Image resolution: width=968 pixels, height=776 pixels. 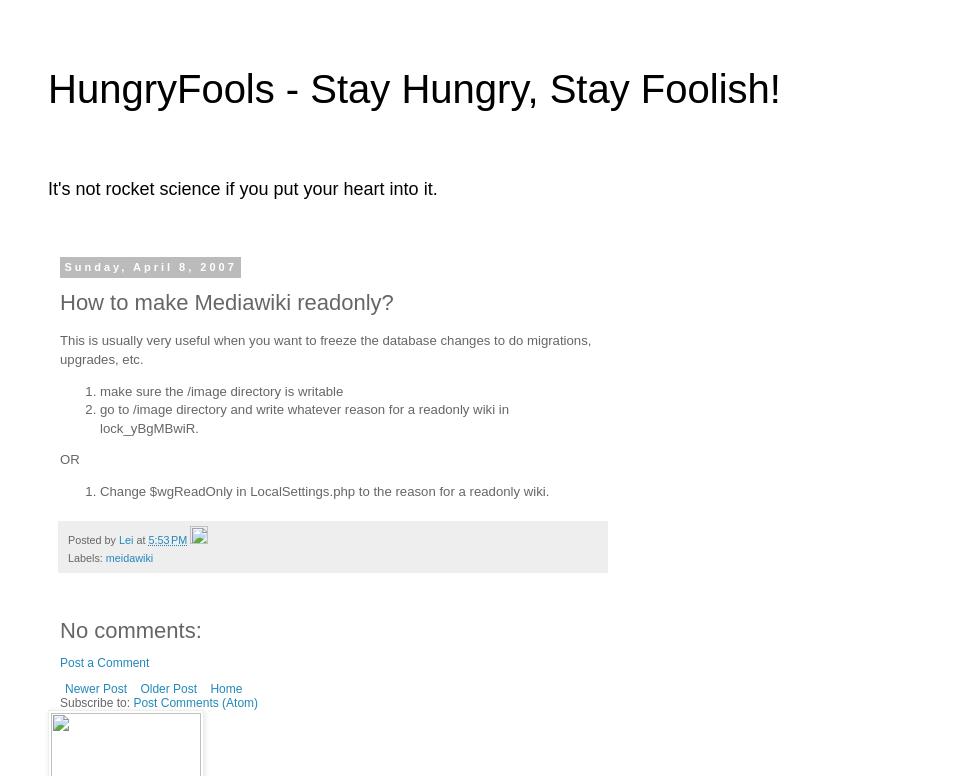 What do you see at coordinates (167, 539) in the screenshot?
I see `'5:53 PM'` at bounding box center [167, 539].